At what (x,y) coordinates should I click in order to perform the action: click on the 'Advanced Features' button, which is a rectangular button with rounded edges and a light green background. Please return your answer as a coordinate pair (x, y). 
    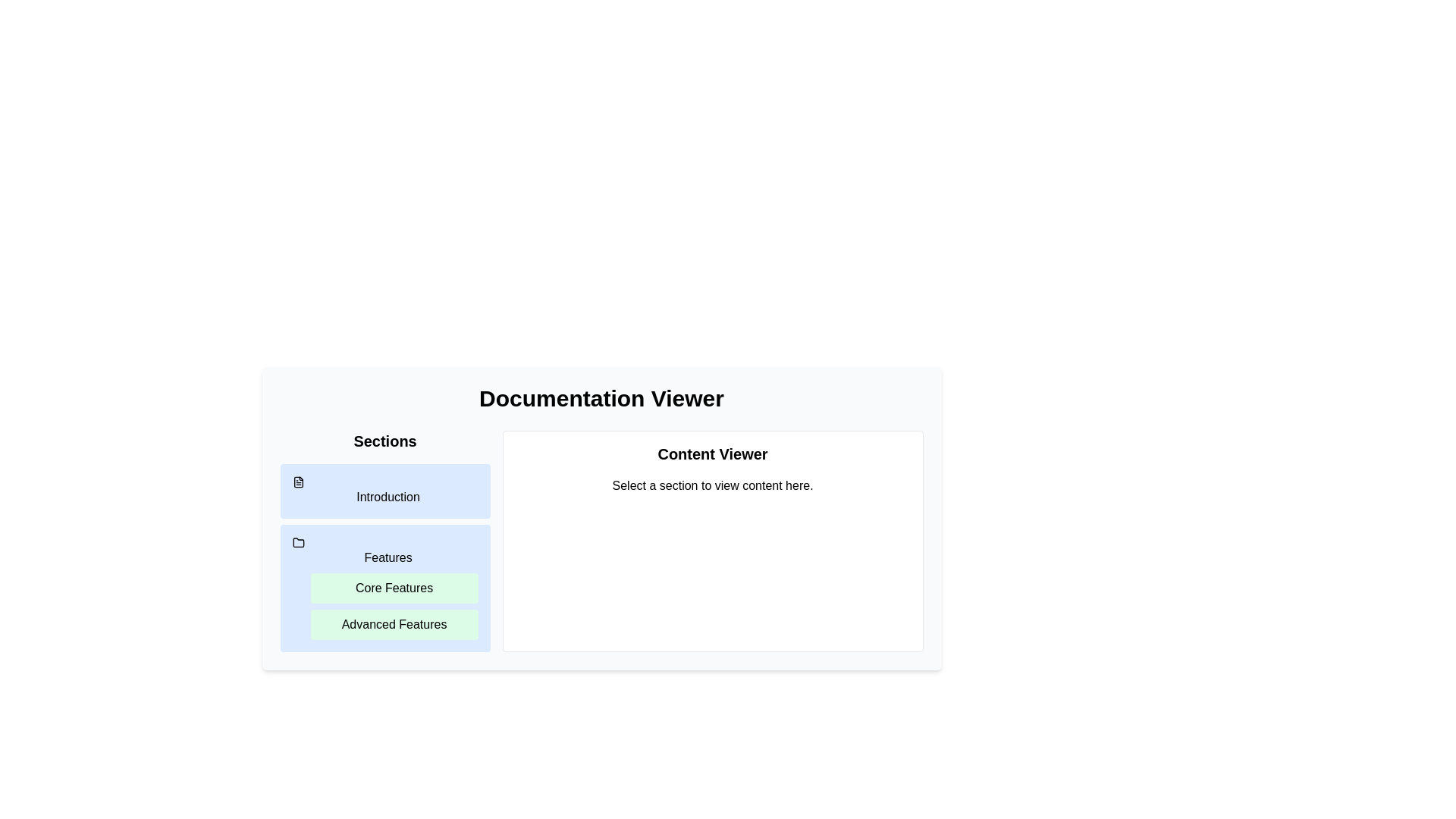
    Looking at the image, I should click on (394, 625).